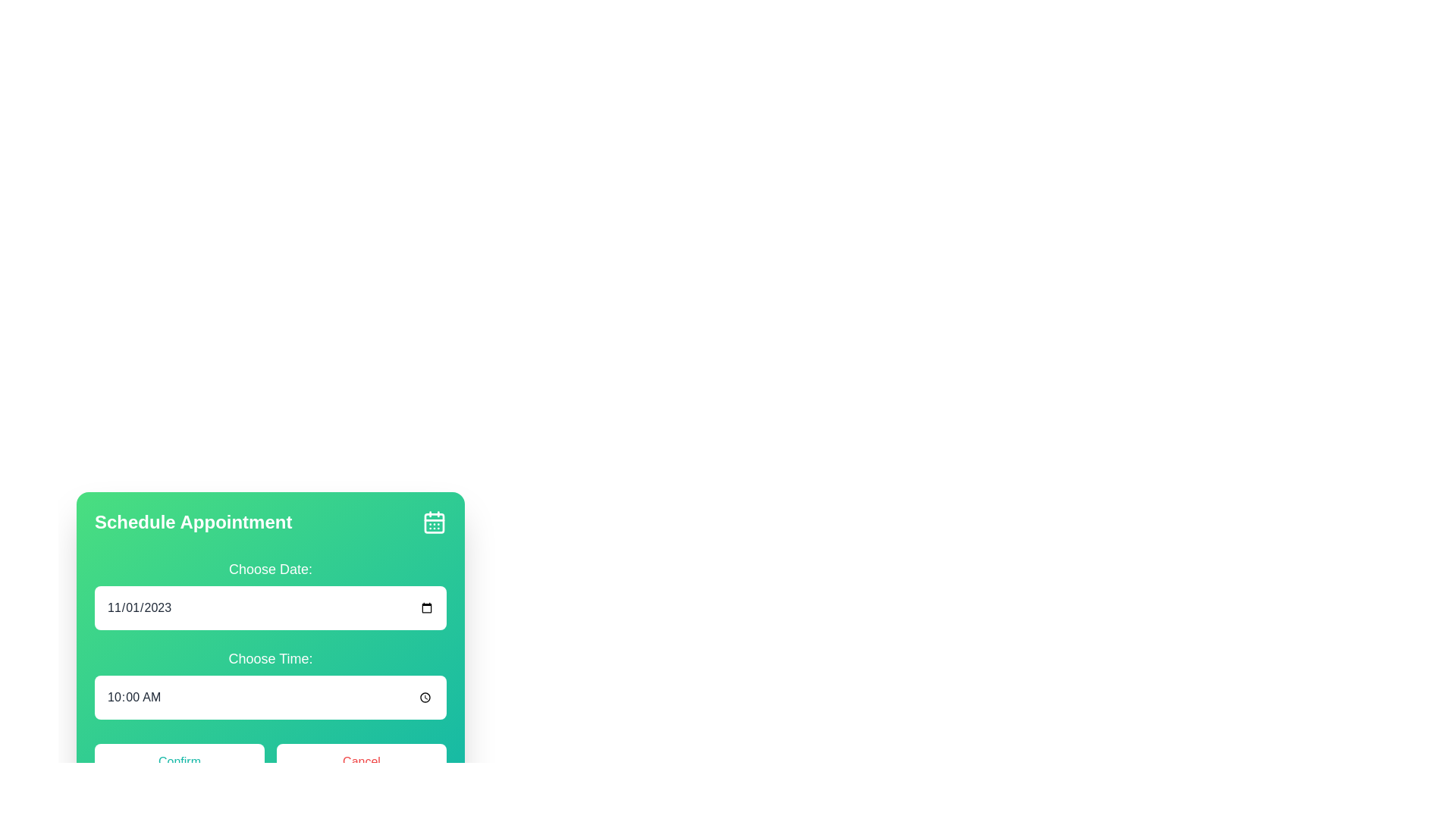 The image size is (1456, 819). What do you see at coordinates (360, 762) in the screenshot?
I see `the 'Cancel' button, which is the second button in a horizontal layout at the bottom of the 'Schedule Appointment' form, featuring medium-sized red text on a white background` at bounding box center [360, 762].